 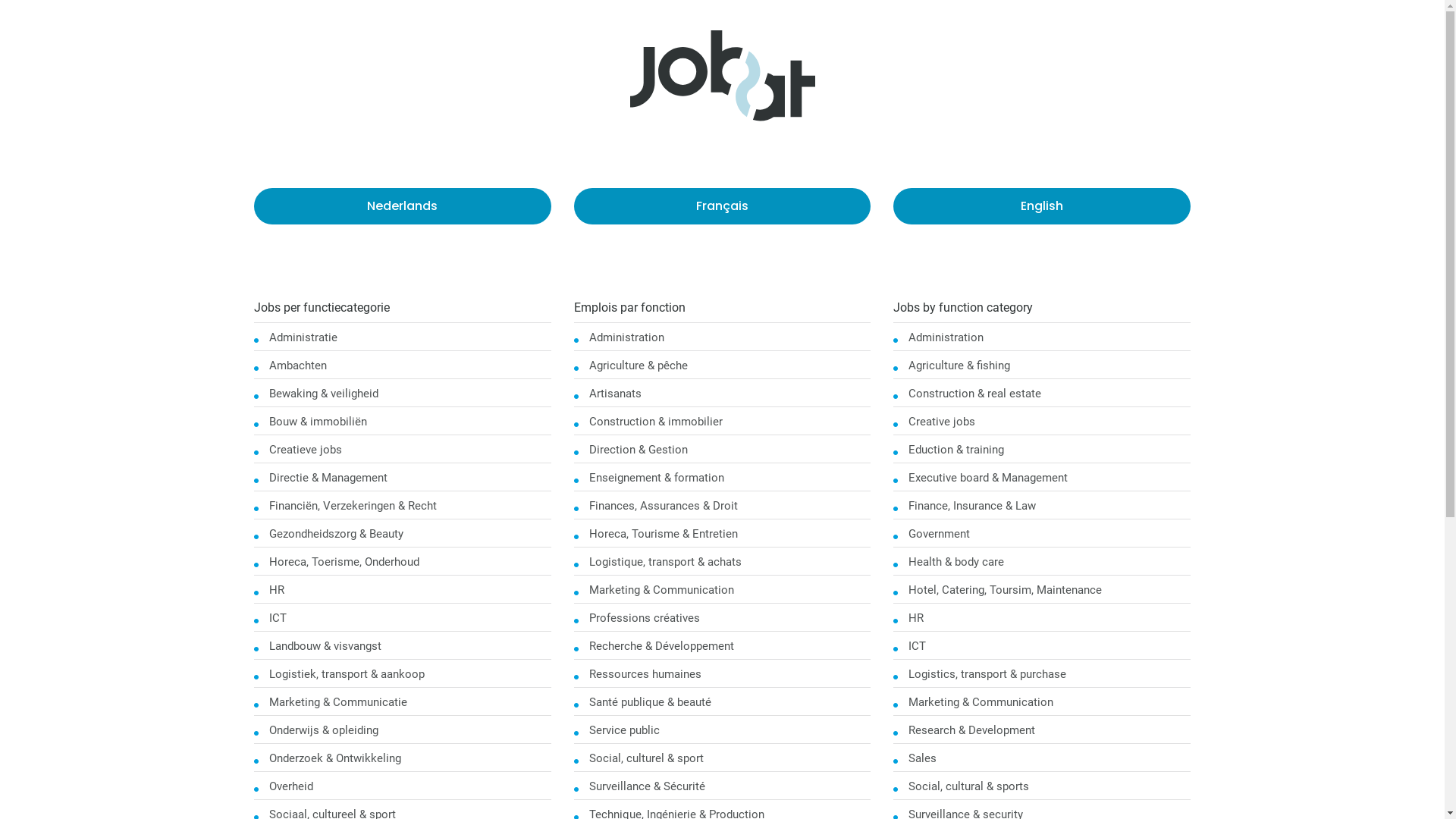 What do you see at coordinates (646, 758) in the screenshot?
I see `'Social, culturel & sport'` at bounding box center [646, 758].